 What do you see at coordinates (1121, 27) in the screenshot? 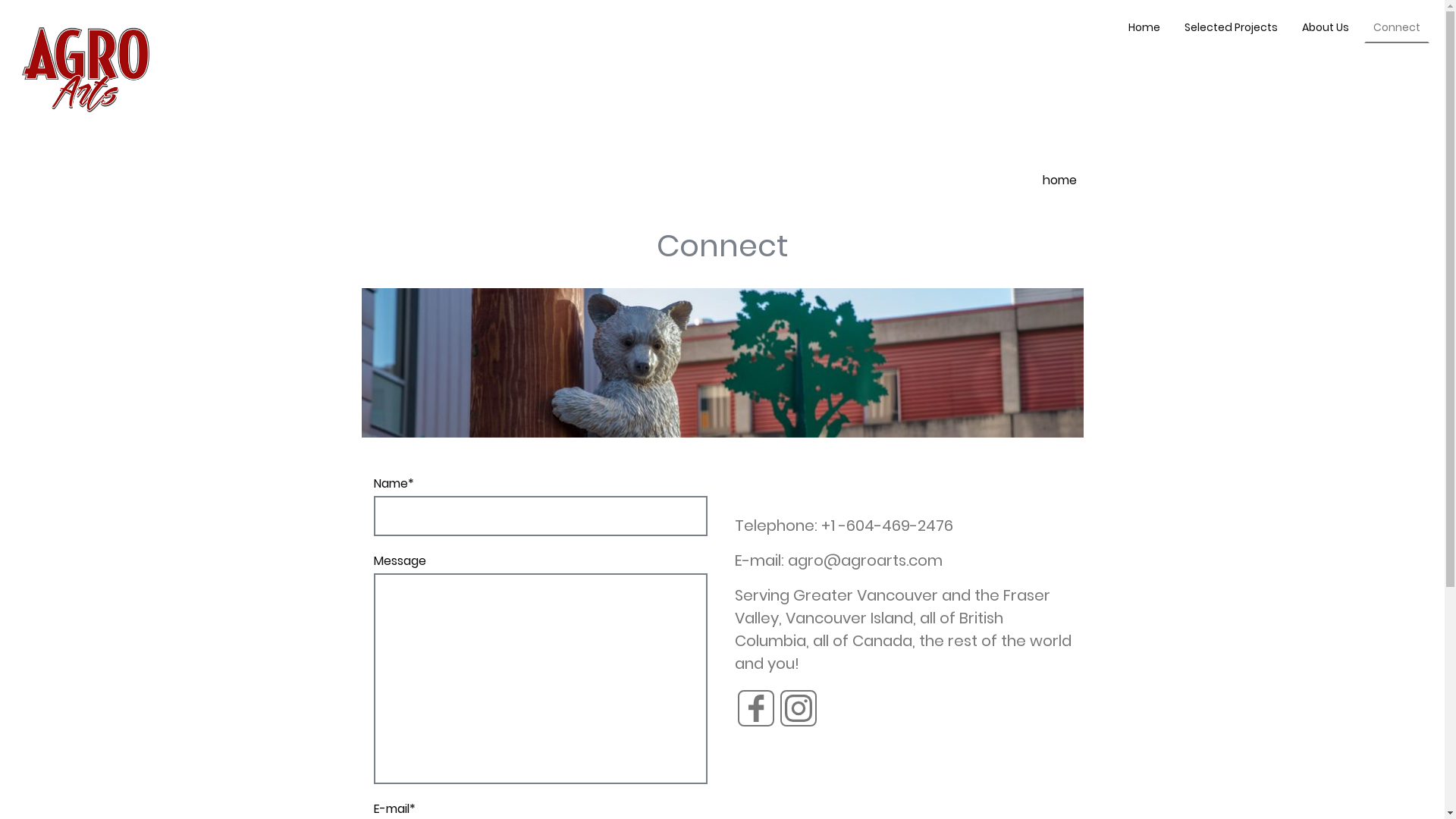
I see `'Home'` at bounding box center [1121, 27].